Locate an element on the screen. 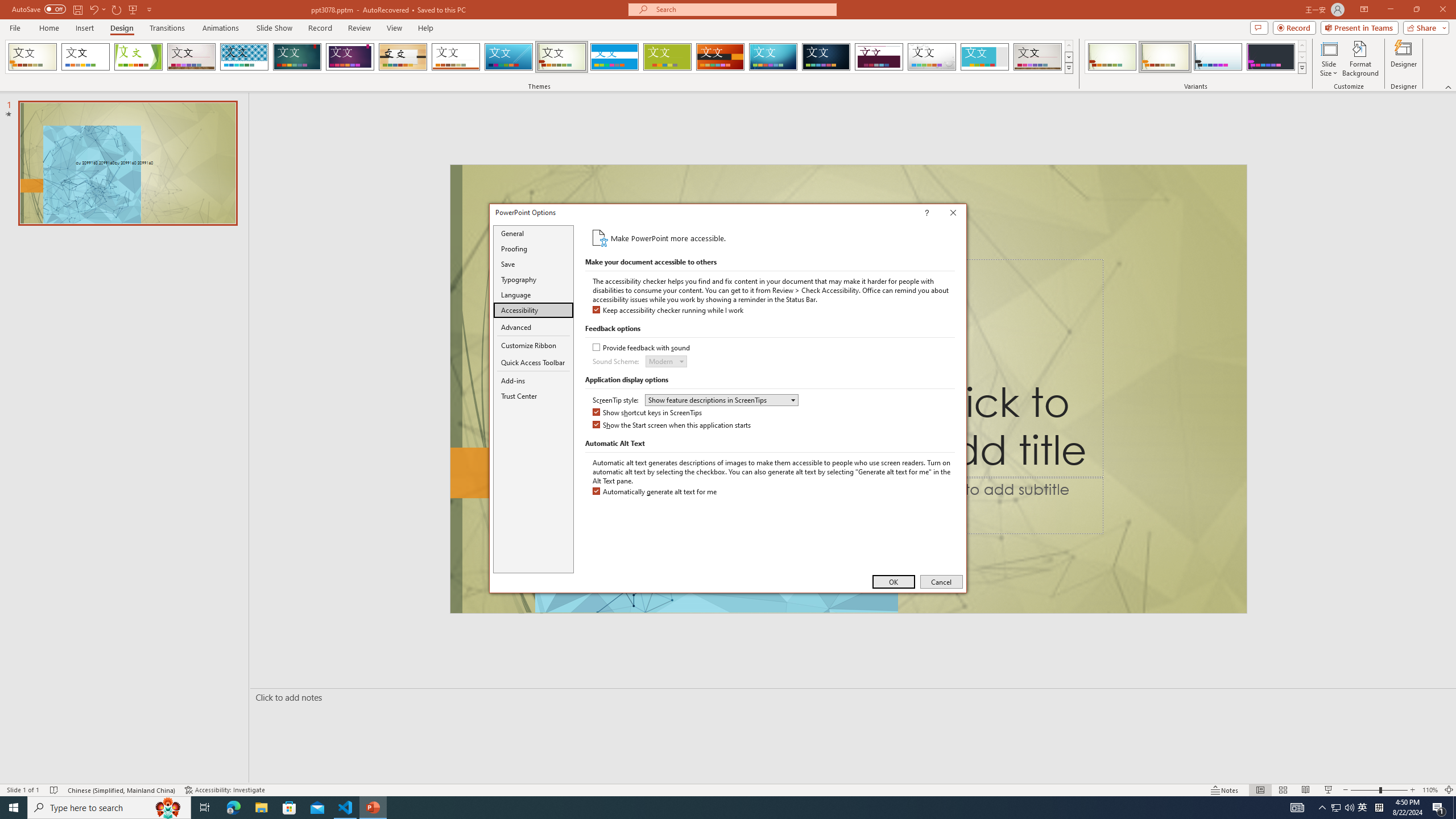 The width and height of the screenshot is (1456, 819). 'ScreenTip style' is located at coordinates (721, 399).